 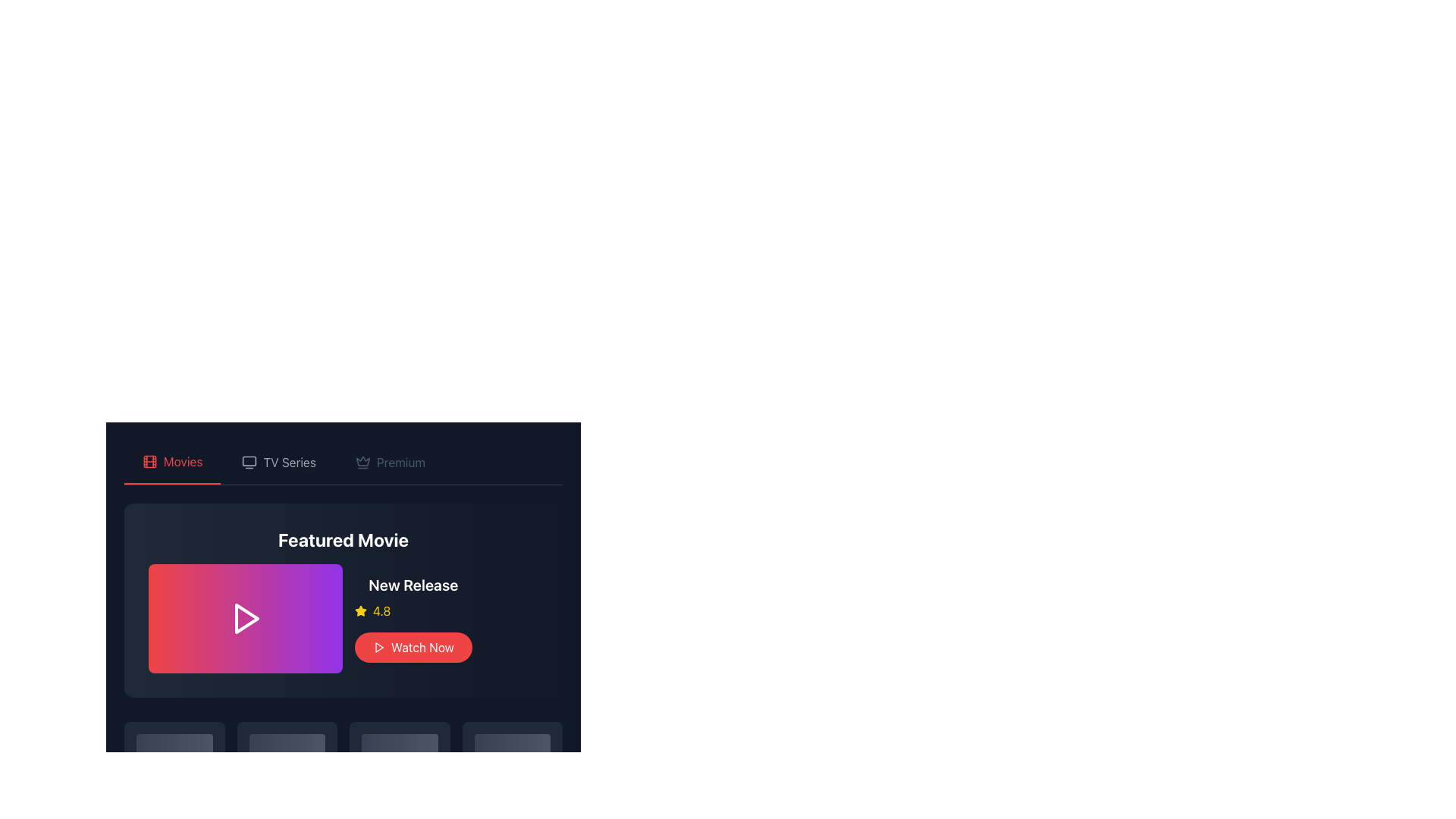 I want to click on the text label element reading 'TV Series' in the navigation menu, which is styled with a gray font color and is positioned between 'Movies' and 'Premium', so click(x=290, y=461).